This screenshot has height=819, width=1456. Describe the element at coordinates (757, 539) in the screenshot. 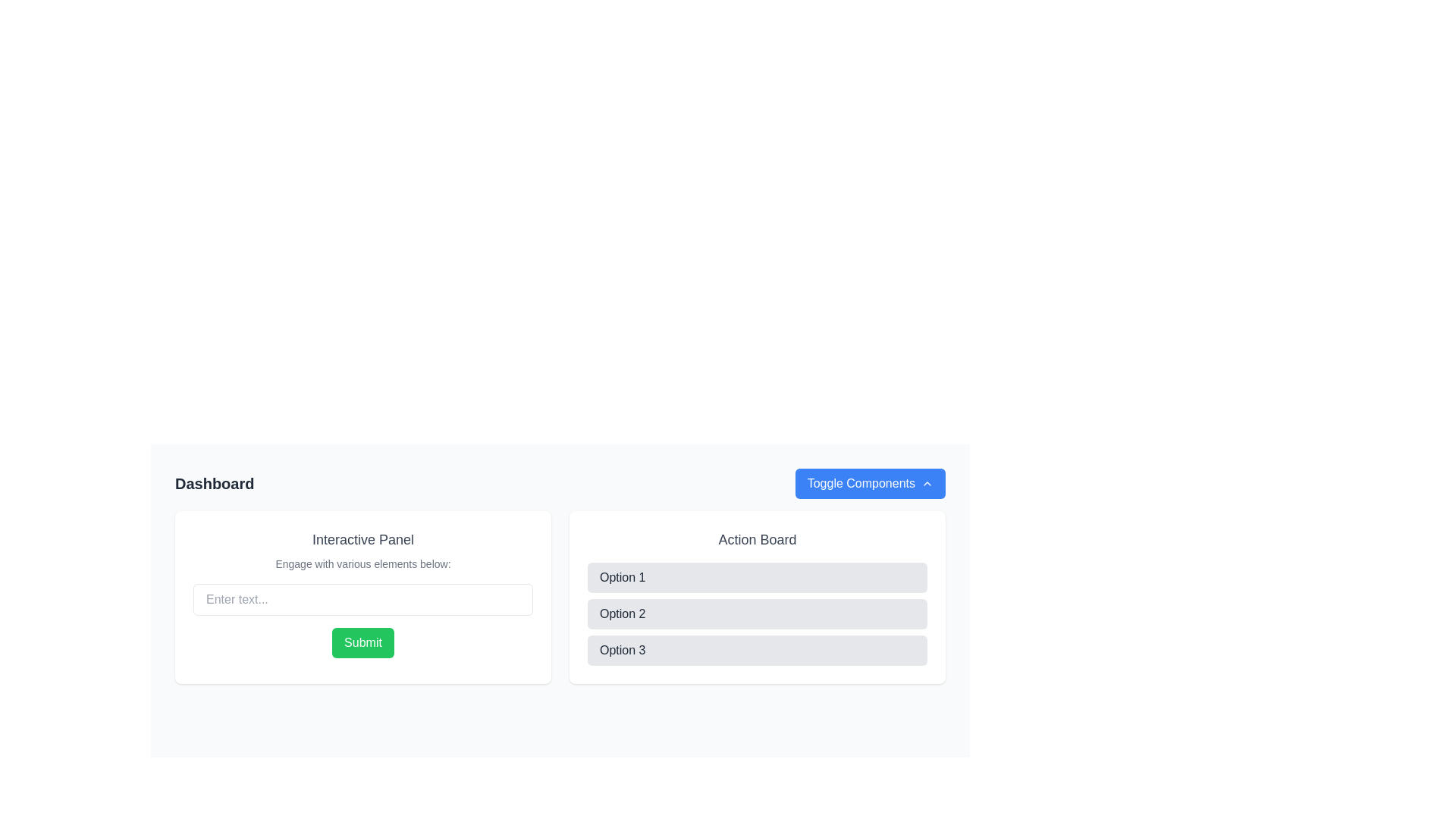

I see `the 'Action Board' text label, which is positioned at the top of the right-hand card section, above the options list` at that location.